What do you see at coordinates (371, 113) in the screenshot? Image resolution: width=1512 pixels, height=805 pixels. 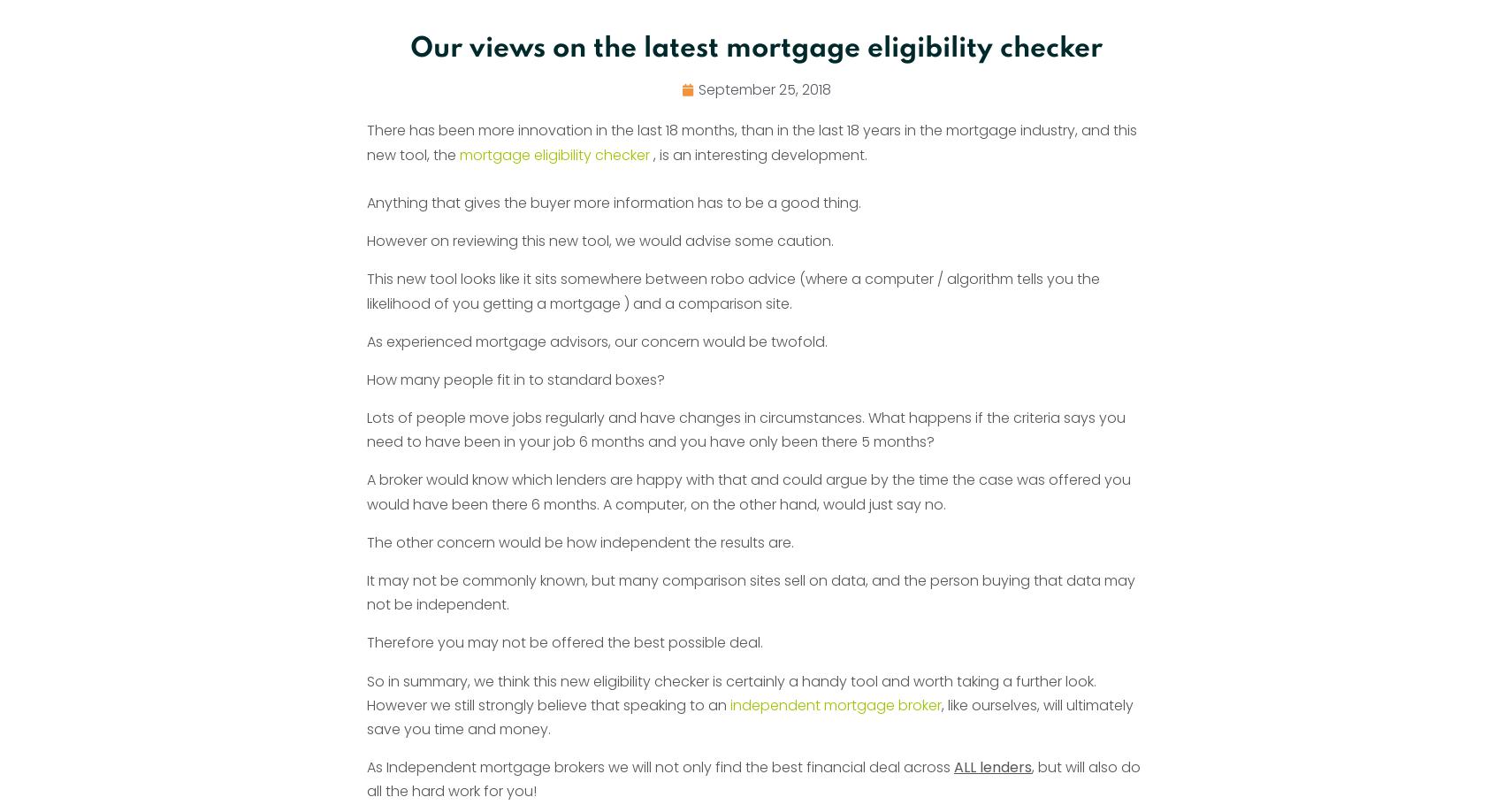 I see `'Mihai Barbu'` at bounding box center [371, 113].